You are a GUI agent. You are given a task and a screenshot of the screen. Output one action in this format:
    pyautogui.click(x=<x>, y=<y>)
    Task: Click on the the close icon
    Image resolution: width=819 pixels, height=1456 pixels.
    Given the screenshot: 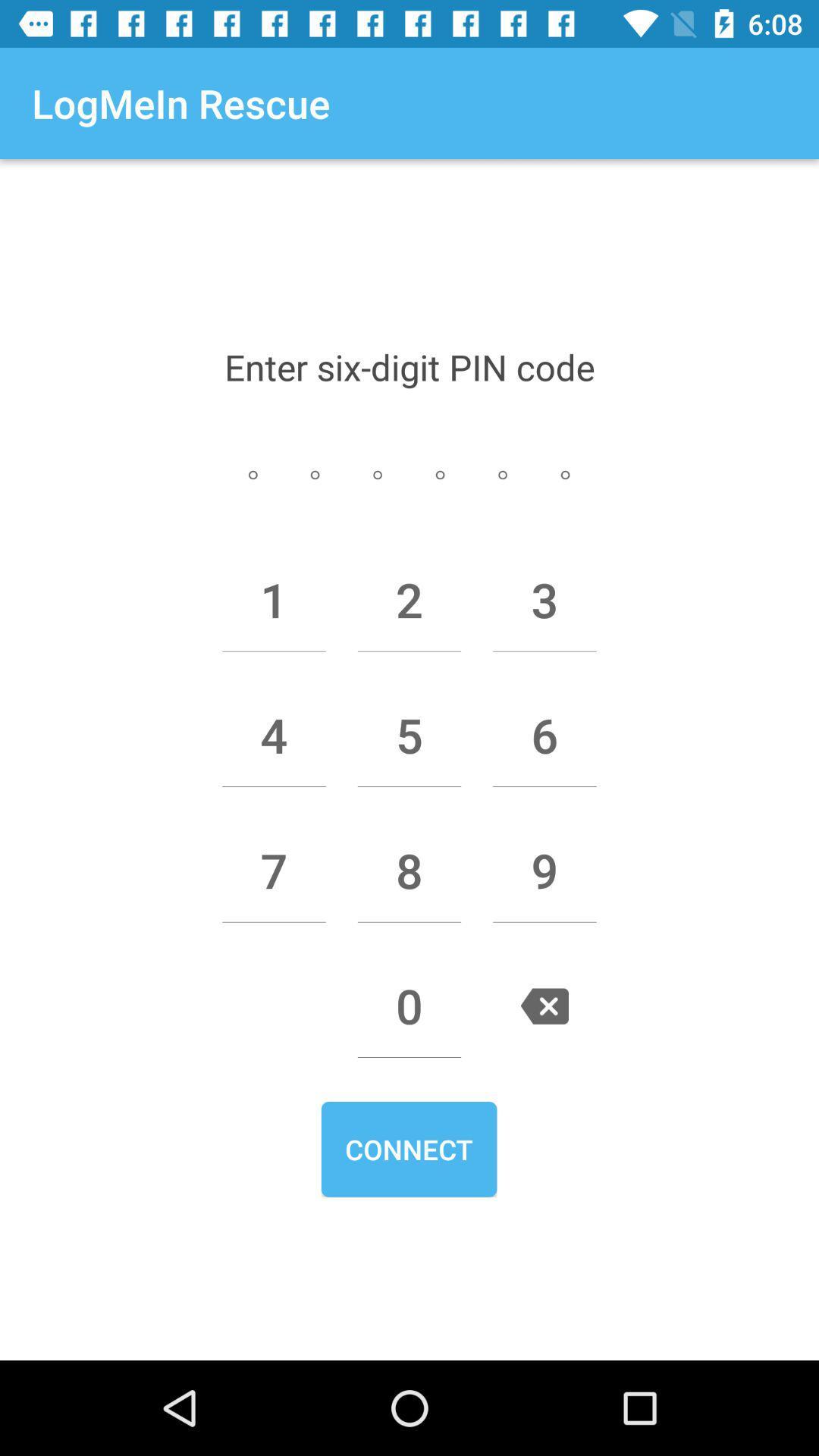 What is the action you would take?
    pyautogui.click(x=544, y=1006)
    